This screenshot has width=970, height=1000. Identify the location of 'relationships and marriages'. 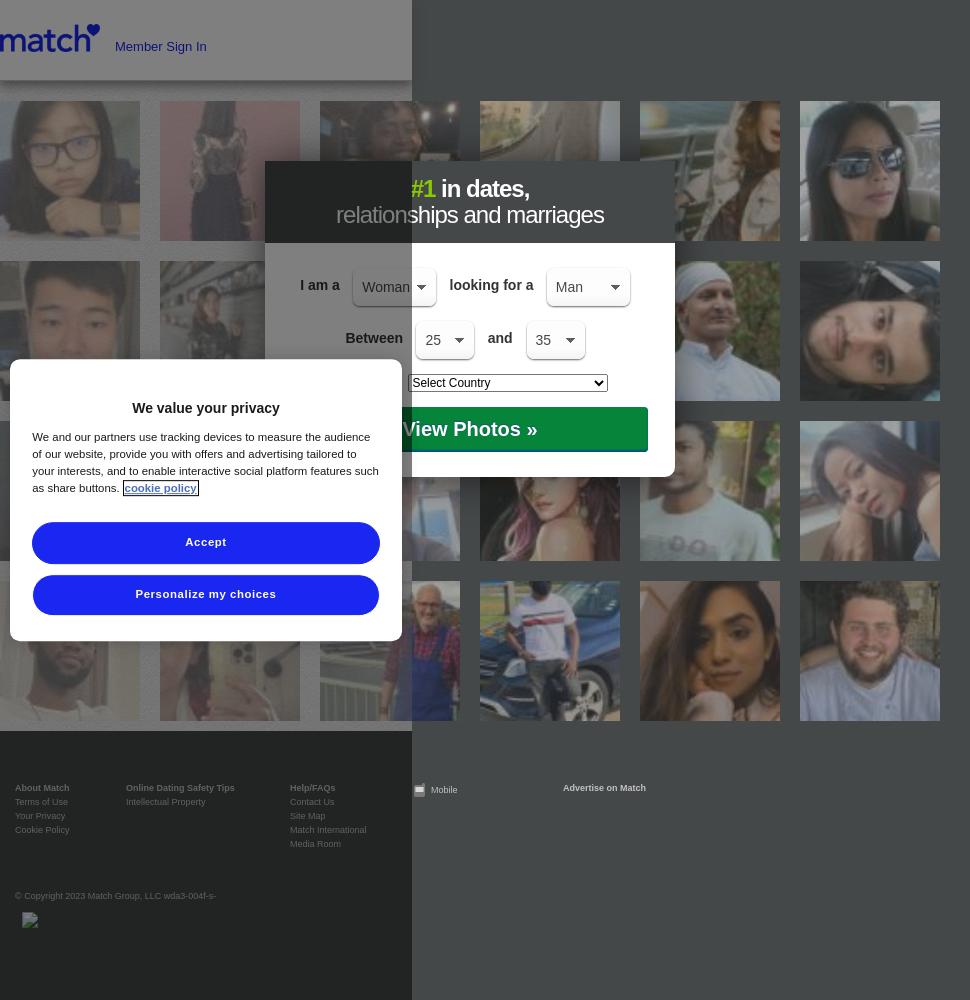
(336, 213).